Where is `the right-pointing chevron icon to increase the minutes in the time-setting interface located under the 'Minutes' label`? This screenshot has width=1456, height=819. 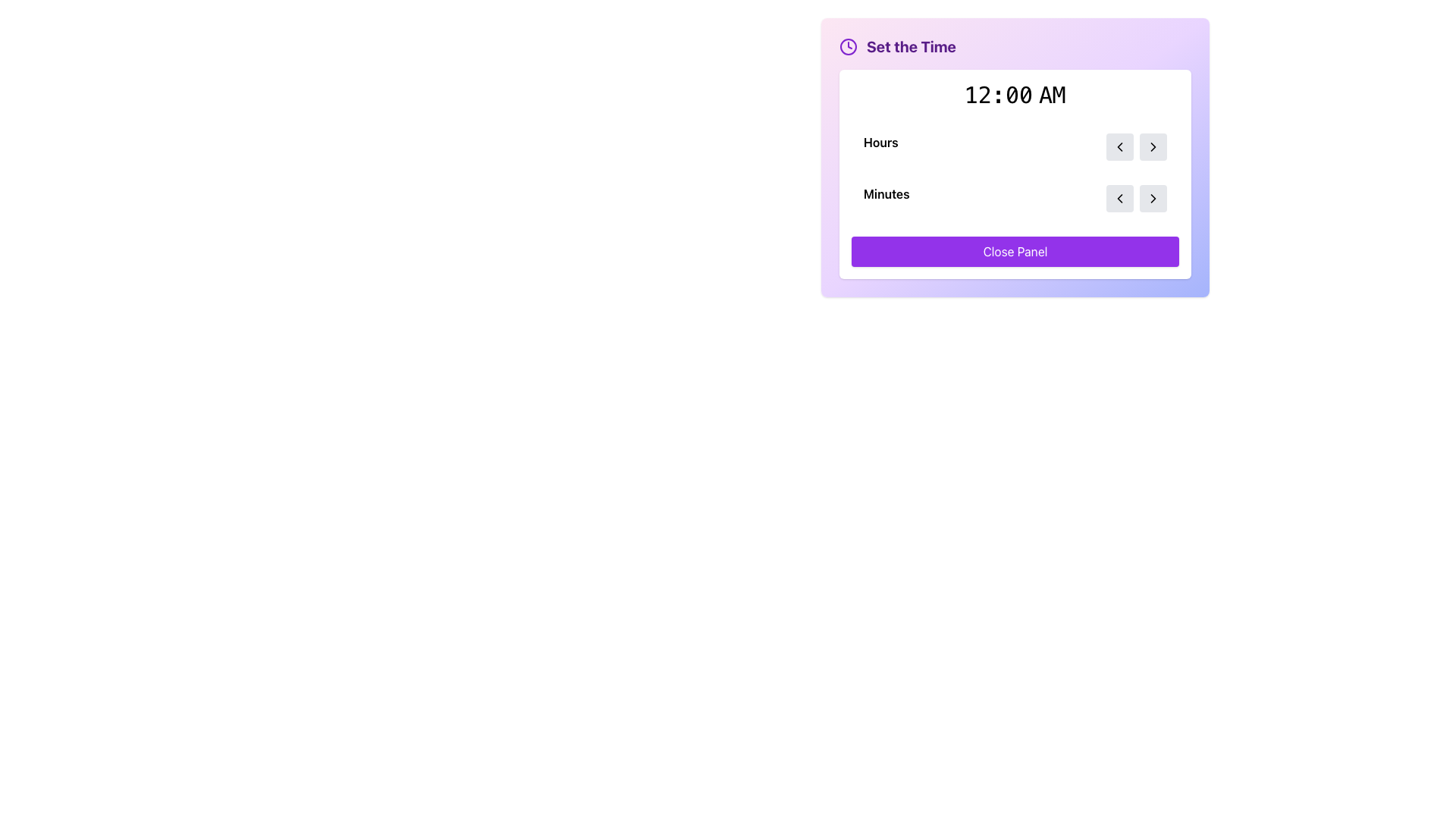
the right-pointing chevron icon to increase the minutes in the time-setting interface located under the 'Minutes' label is located at coordinates (1136, 198).